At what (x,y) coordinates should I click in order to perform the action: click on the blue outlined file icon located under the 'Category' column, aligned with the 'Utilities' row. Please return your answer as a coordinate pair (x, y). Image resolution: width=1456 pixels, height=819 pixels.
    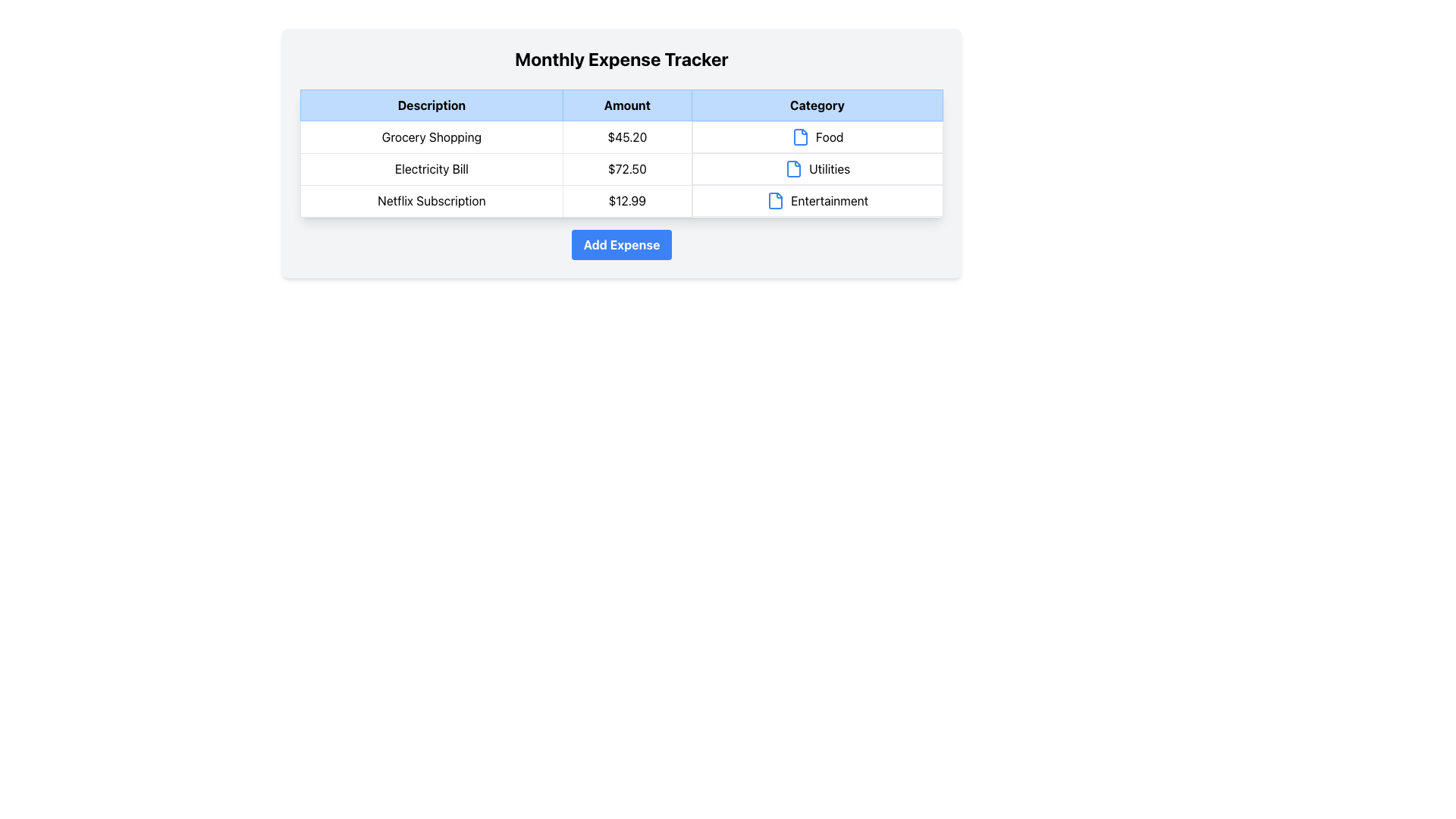
    Looking at the image, I should click on (793, 169).